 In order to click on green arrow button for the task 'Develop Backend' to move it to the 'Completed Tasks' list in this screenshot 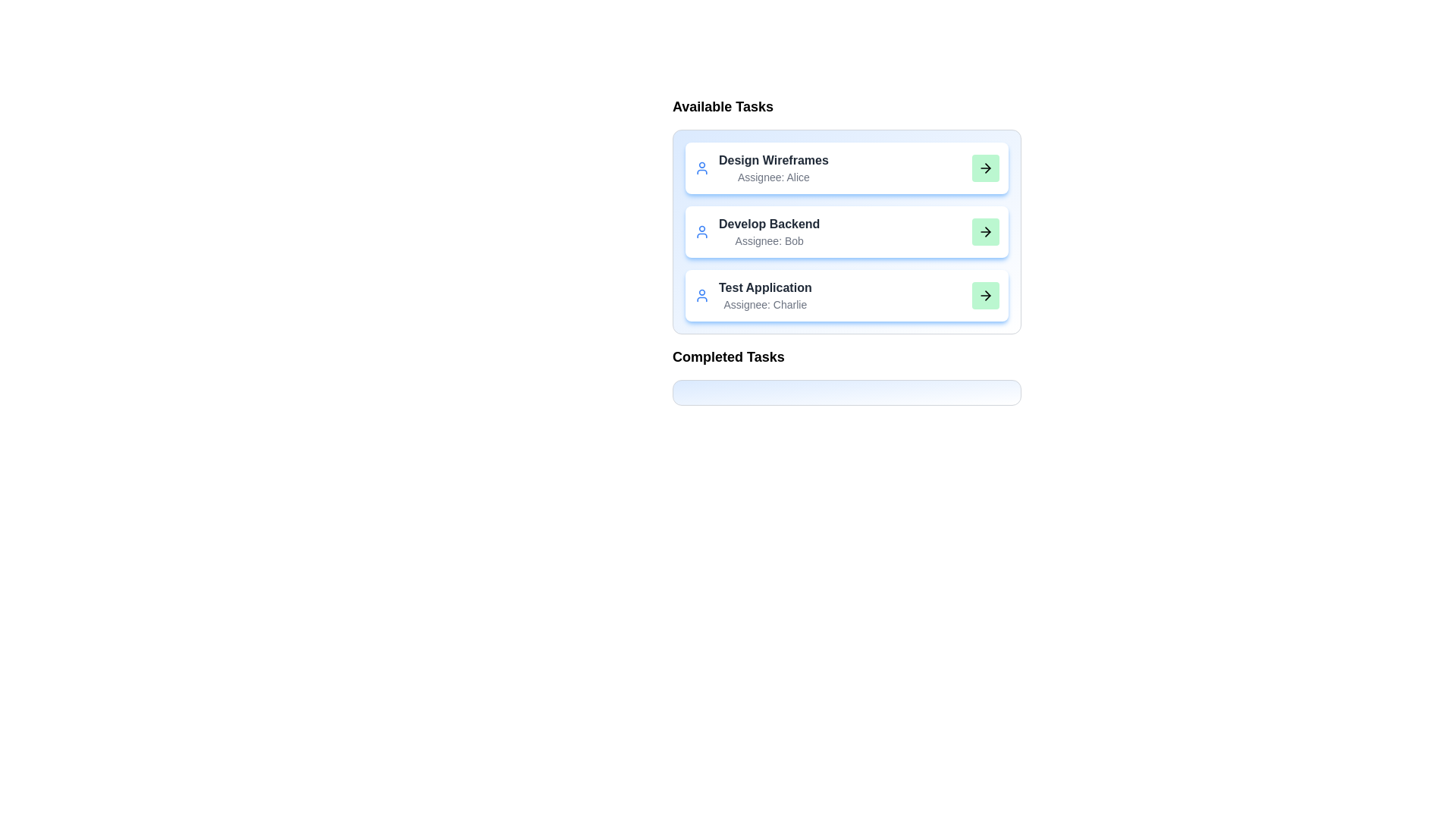, I will do `click(986, 231)`.